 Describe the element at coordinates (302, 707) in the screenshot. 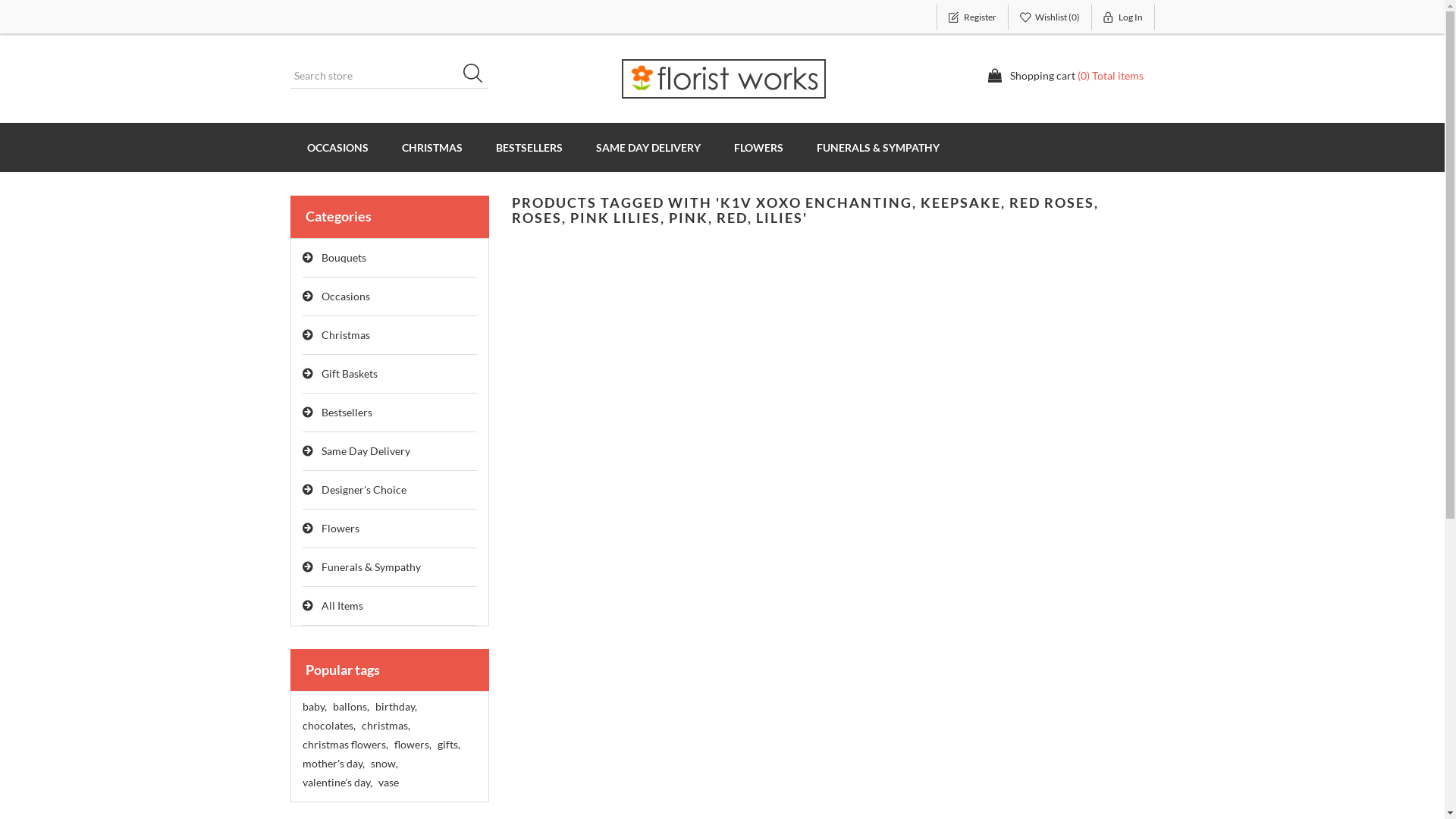

I see `'baby,'` at that location.